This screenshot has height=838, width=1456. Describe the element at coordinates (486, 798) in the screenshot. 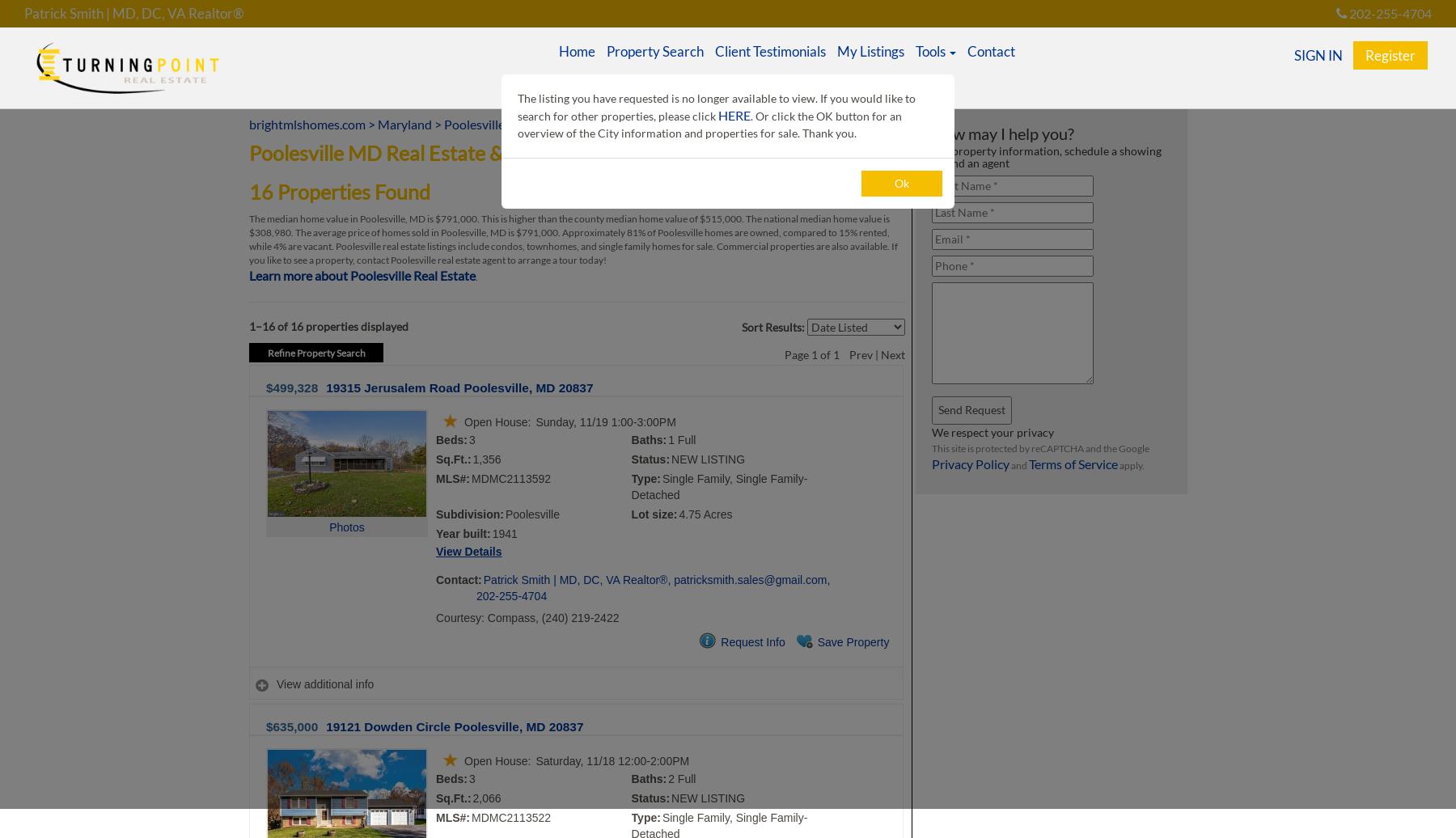

I see `'2,066'` at that location.